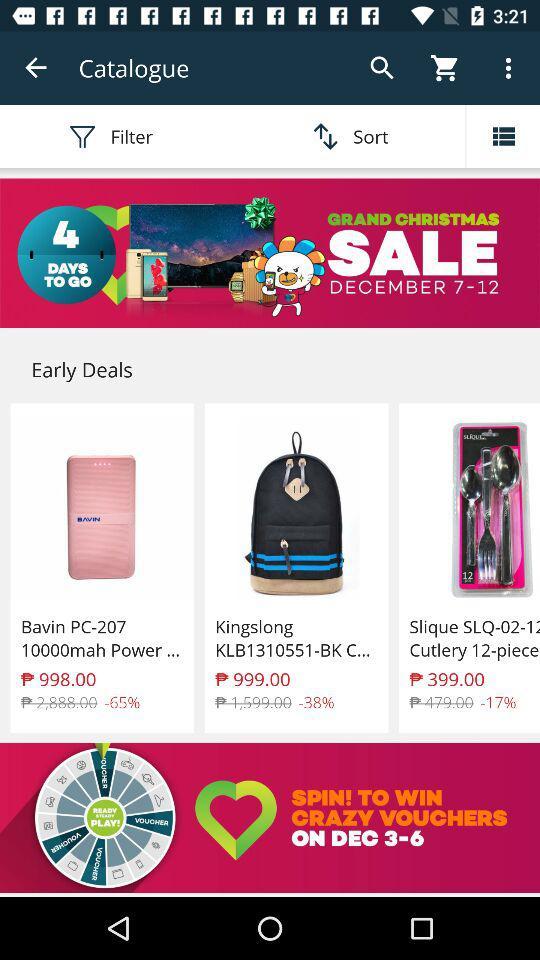 This screenshot has height=960, width=540. What do you see at coordinates (502, 135) in the screenshot?
I see `the list icon` at bounding box center [502, 135].